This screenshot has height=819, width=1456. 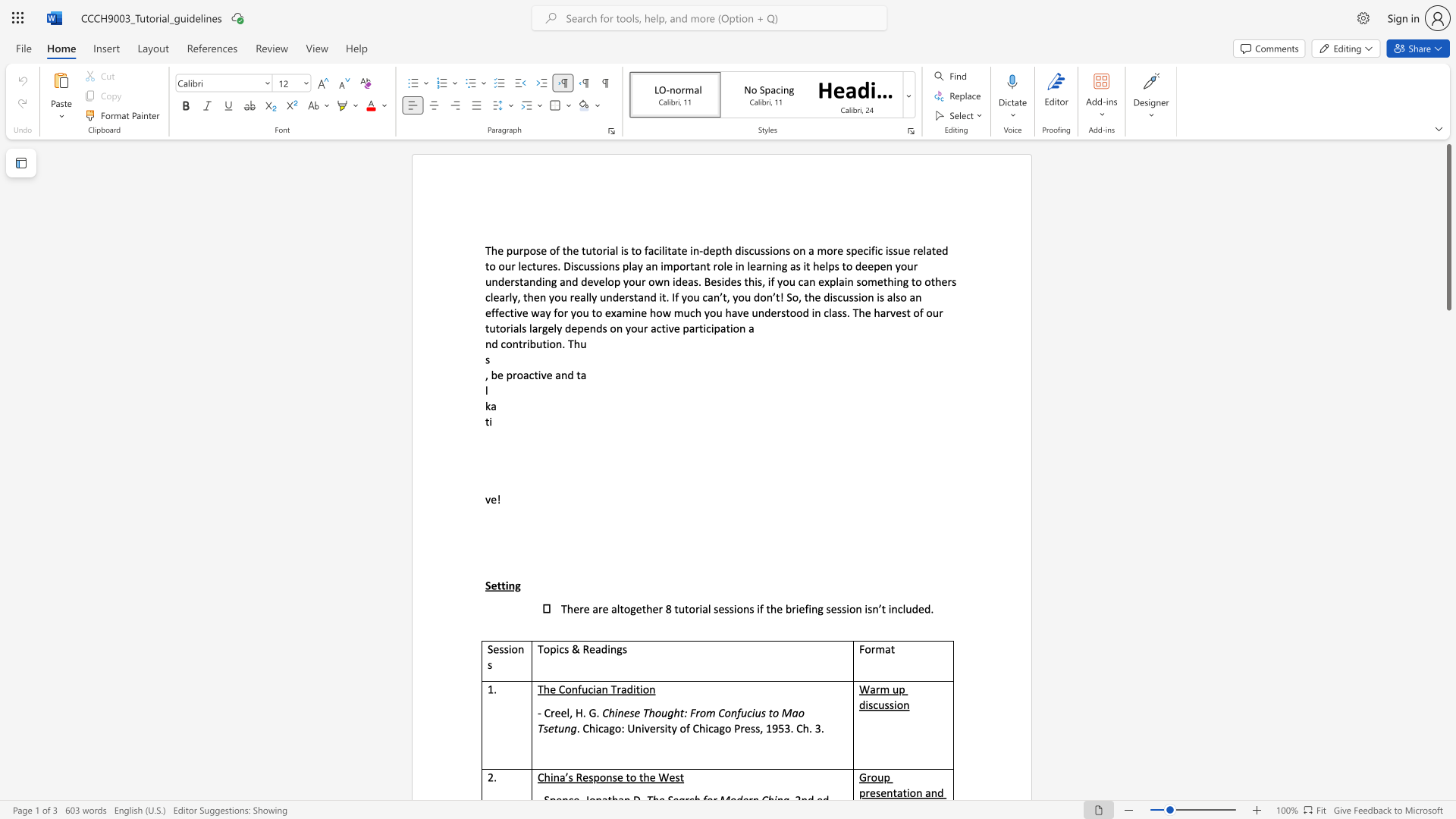 What do you see at coordinates (1448, 493) in the screenshot?
I see `the scrollbar on the right to move the page downward` at bounding box center [1448, 493].